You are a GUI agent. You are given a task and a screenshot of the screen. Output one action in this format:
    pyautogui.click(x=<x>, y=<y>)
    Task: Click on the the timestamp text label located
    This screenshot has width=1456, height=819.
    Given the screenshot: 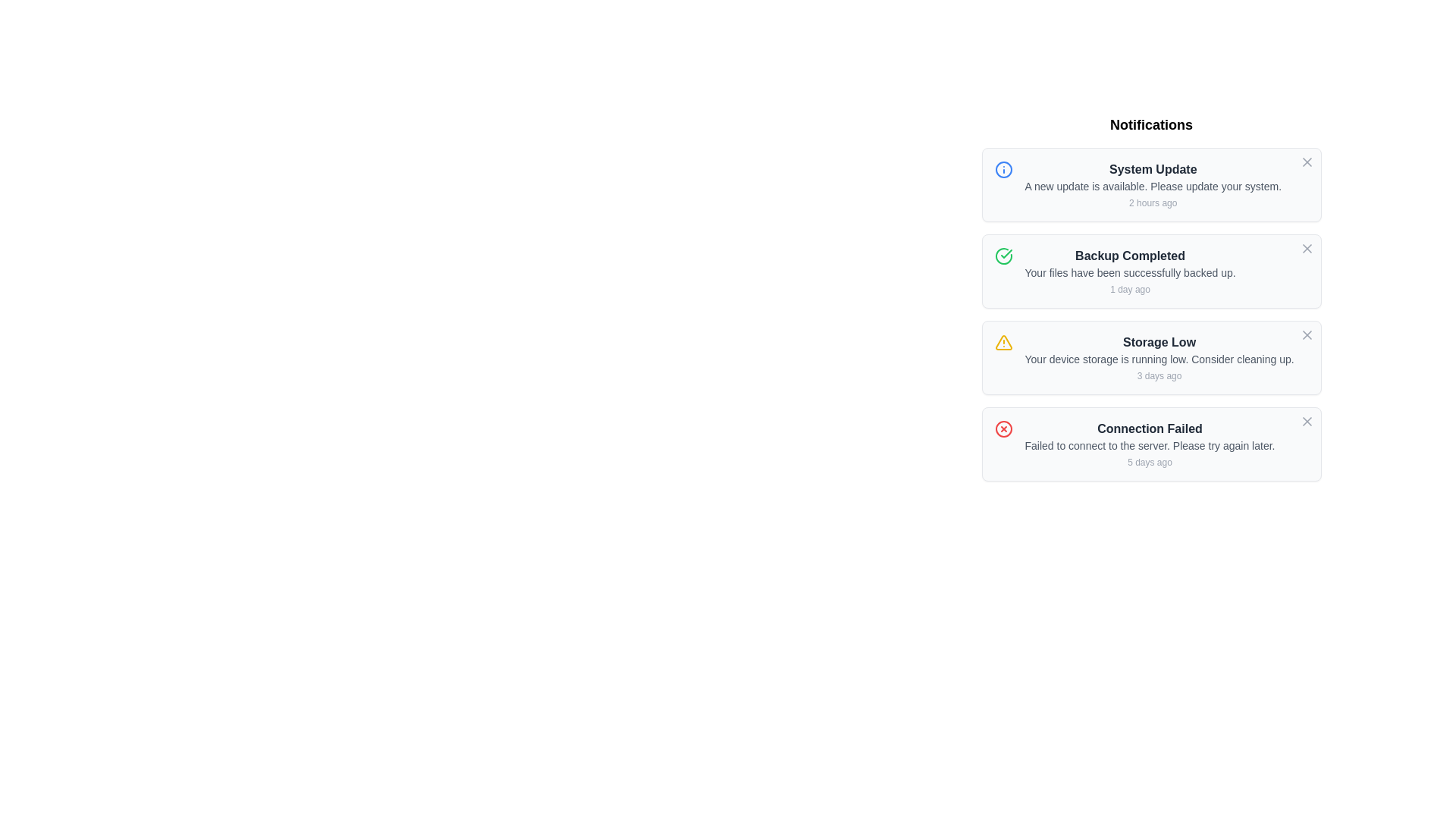 What is the action you would take?
    pyautogui.click(x=1150, y=461)
    